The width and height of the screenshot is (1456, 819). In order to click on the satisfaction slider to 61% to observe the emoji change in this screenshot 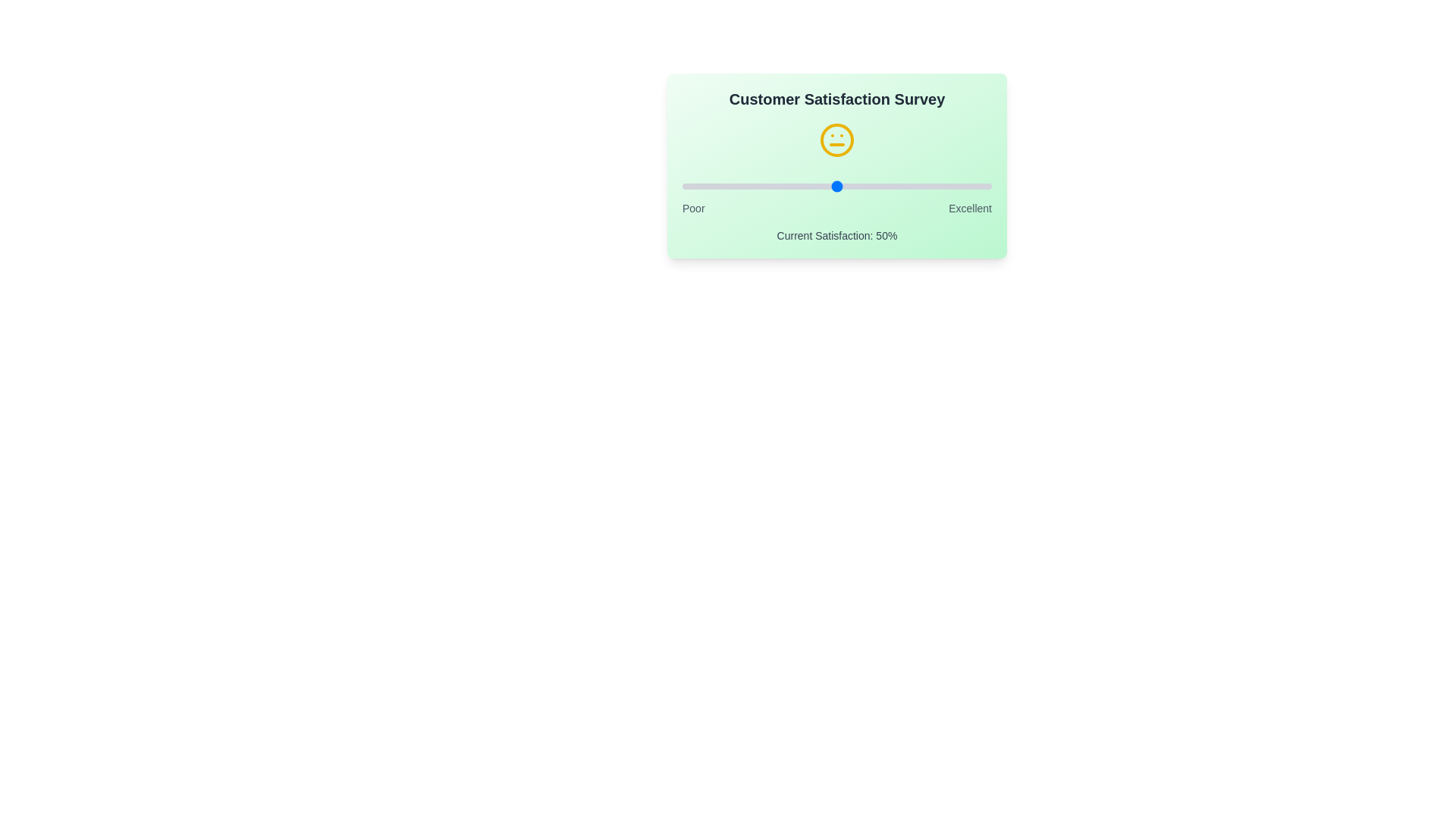, I will do `click(871, 186)`.